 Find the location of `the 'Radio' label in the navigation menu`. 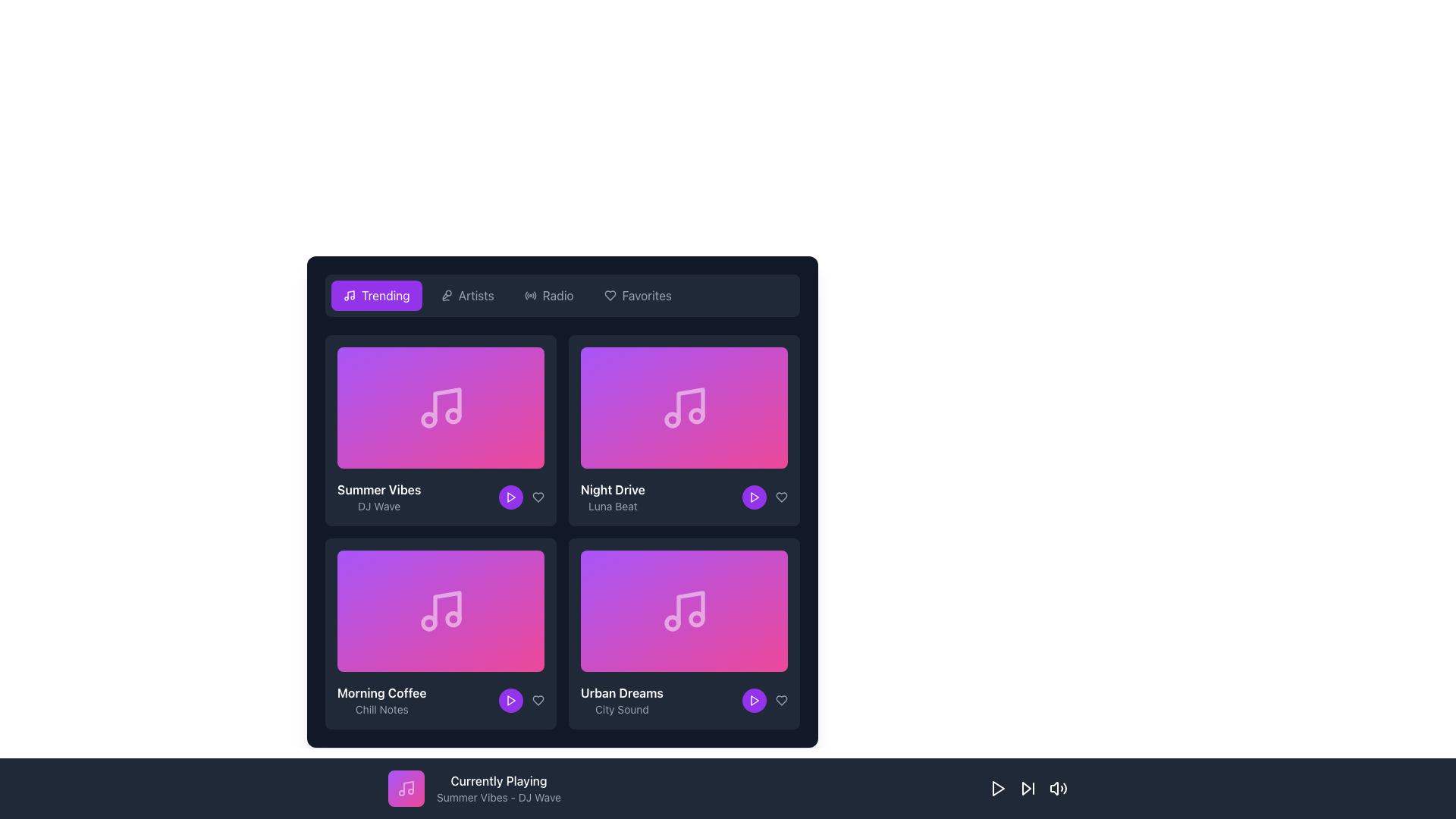

the 'Radio' label in the navigation menu is located at coordinates (557, 295).